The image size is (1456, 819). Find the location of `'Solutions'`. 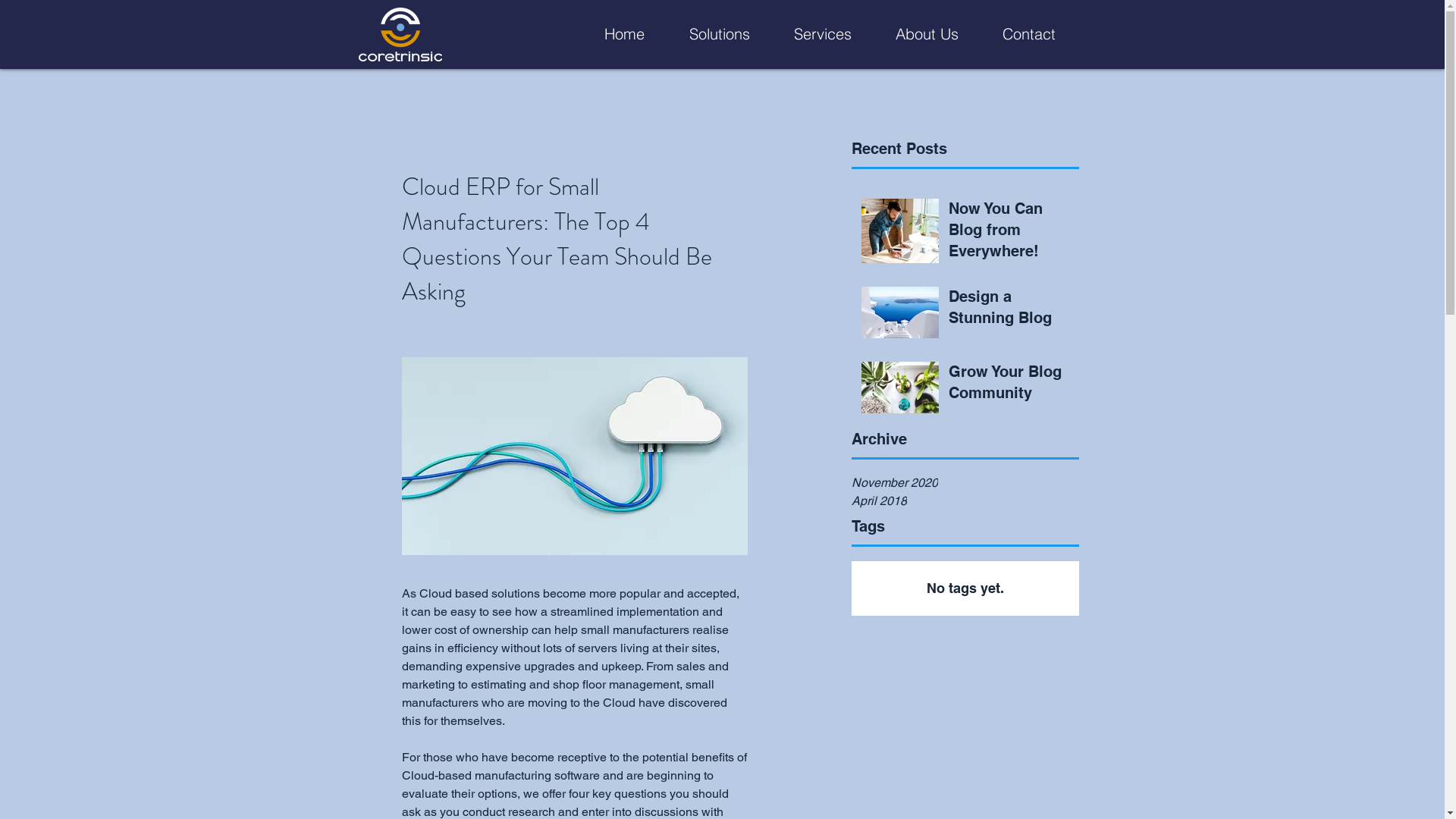

'Solutions' is located at coordinates (707, 34).